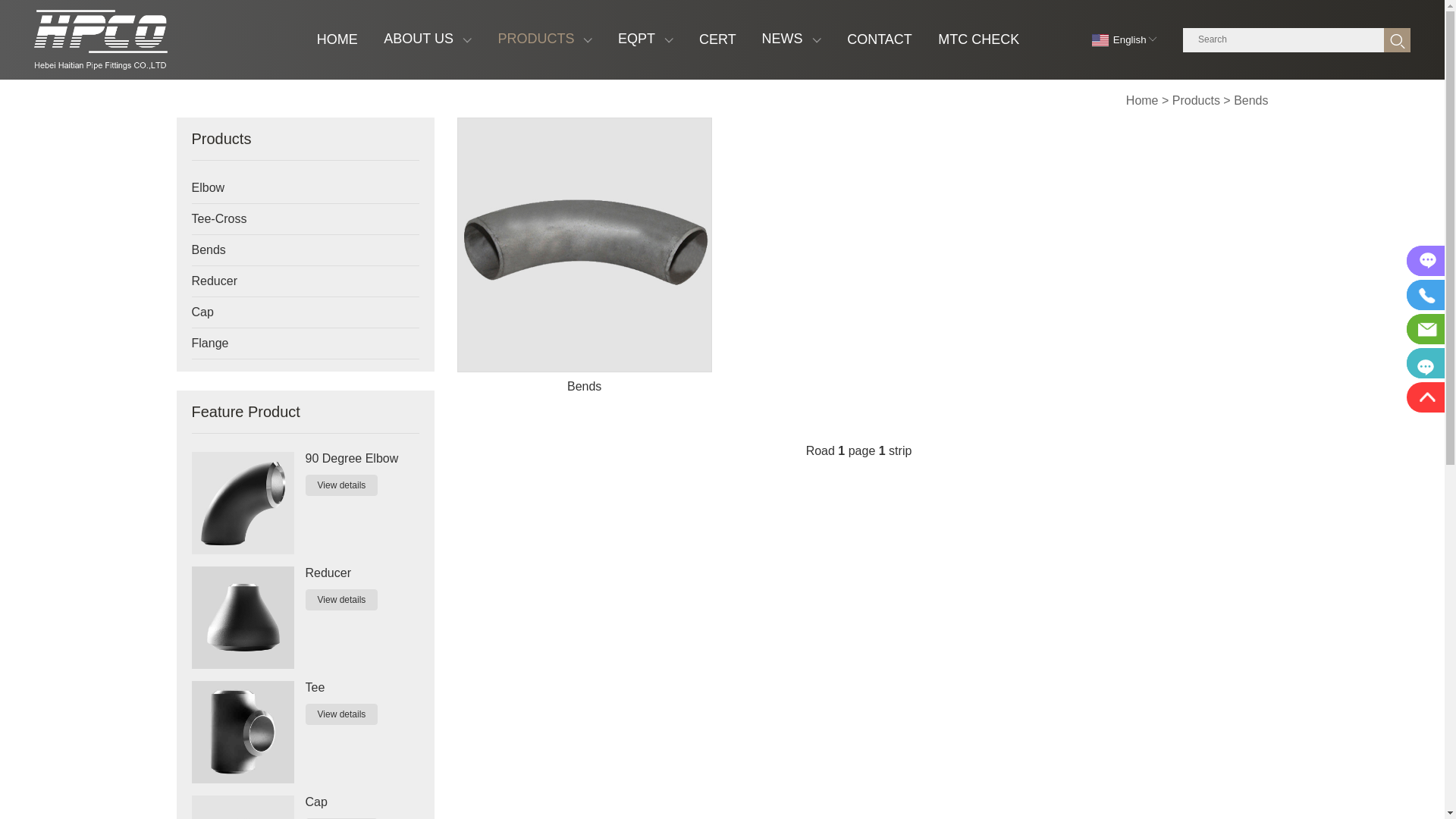 The width and height of the screenshot is (1456, 819). Describe the element at coordinates (290, 187) in the screenshot. I see `'Elbow'` at that location.